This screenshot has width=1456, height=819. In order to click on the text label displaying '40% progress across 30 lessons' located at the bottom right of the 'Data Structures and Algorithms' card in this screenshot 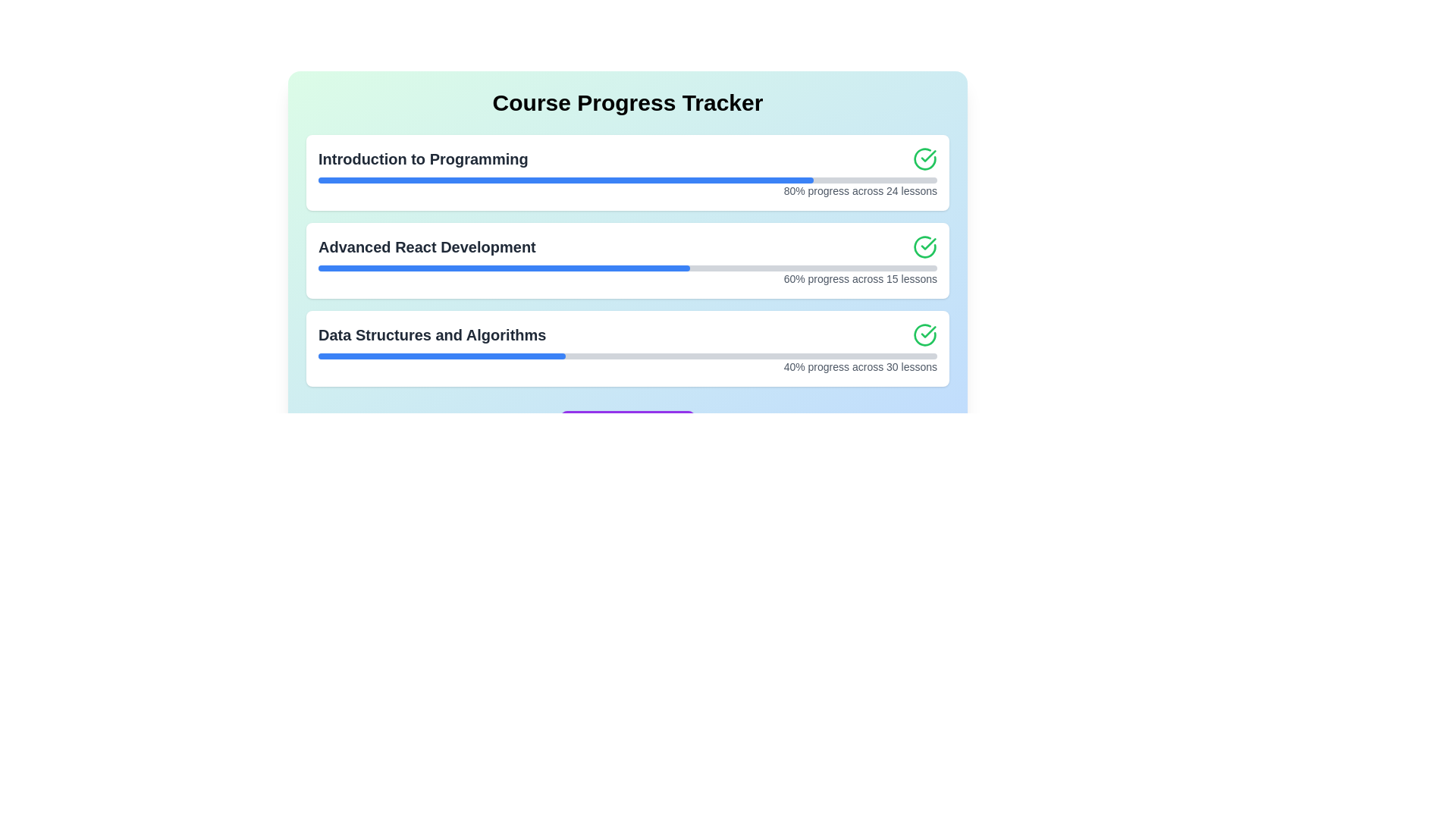, I will do `click(628, 366)`.